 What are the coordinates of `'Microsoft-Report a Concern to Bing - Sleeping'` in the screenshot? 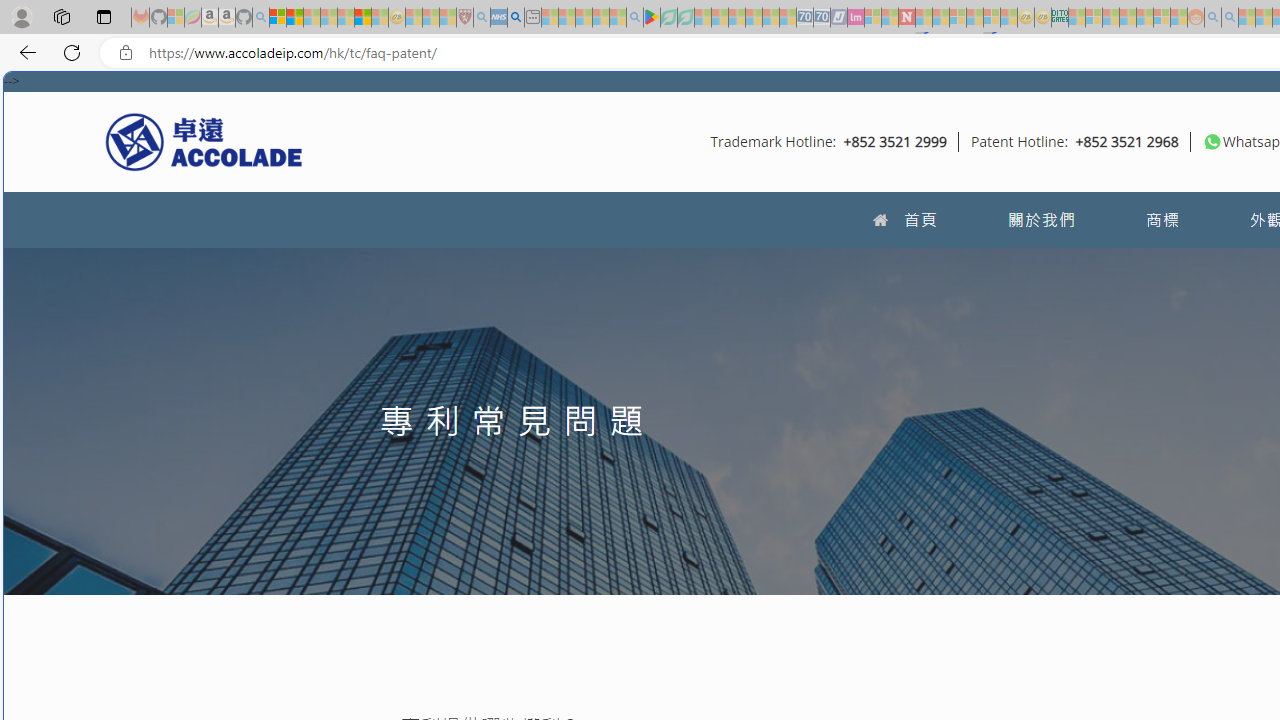 It's located at (176, 17).